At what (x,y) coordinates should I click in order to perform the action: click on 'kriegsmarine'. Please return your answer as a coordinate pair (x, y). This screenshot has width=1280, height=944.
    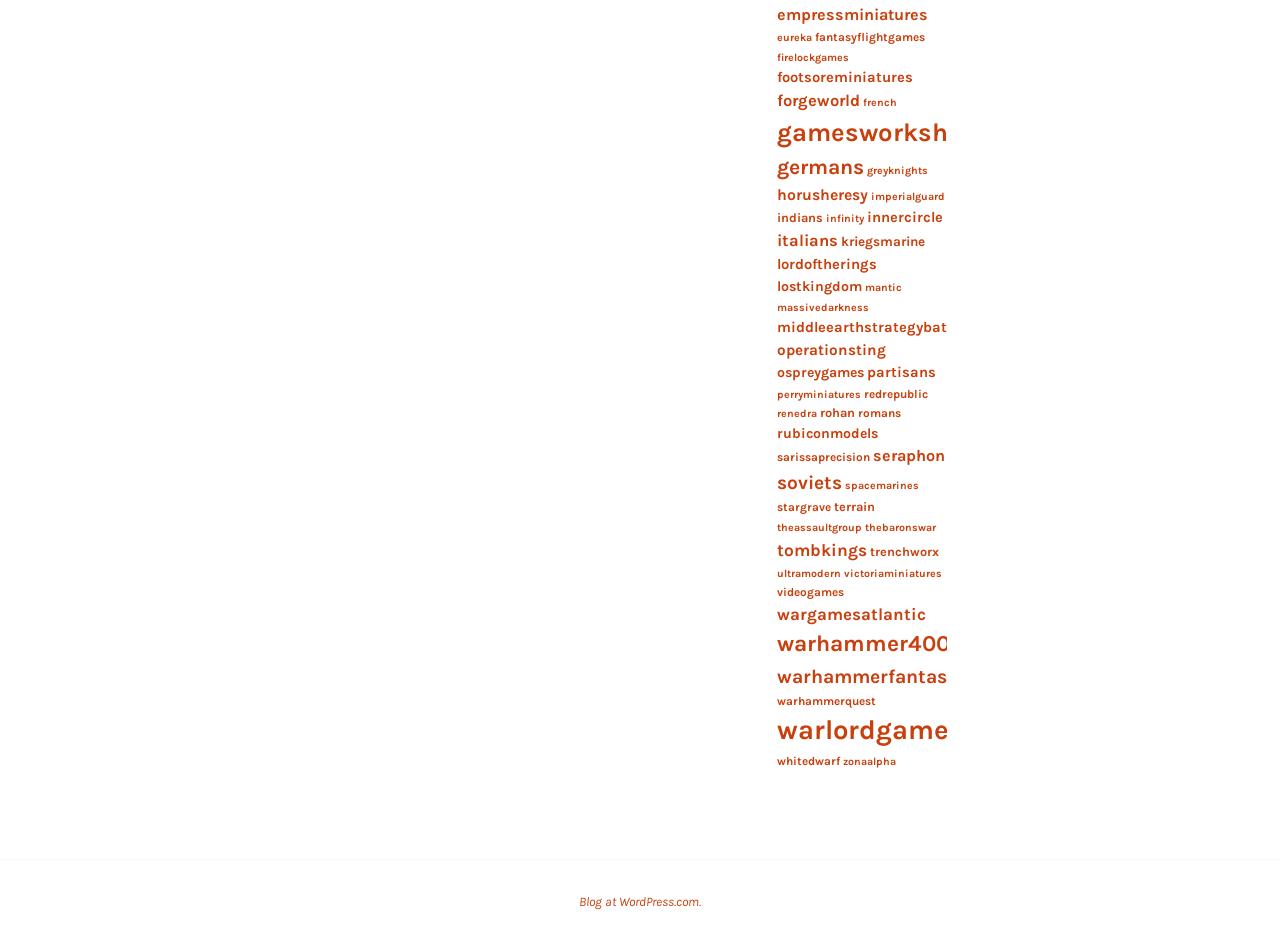
    Looking at the image, I should click on (839, 241).